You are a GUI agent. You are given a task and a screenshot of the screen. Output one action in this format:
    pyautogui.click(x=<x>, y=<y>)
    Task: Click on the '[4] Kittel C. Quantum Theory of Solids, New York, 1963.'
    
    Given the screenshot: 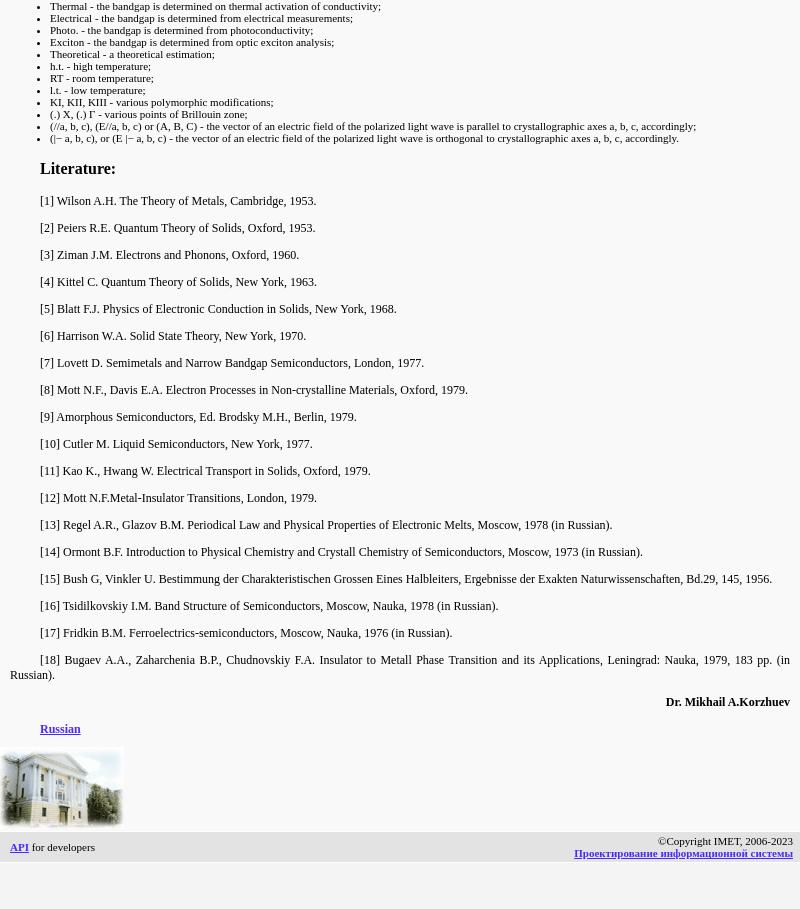 What is the action you would take?
    pyautogui.click(x=177, y=280)
    